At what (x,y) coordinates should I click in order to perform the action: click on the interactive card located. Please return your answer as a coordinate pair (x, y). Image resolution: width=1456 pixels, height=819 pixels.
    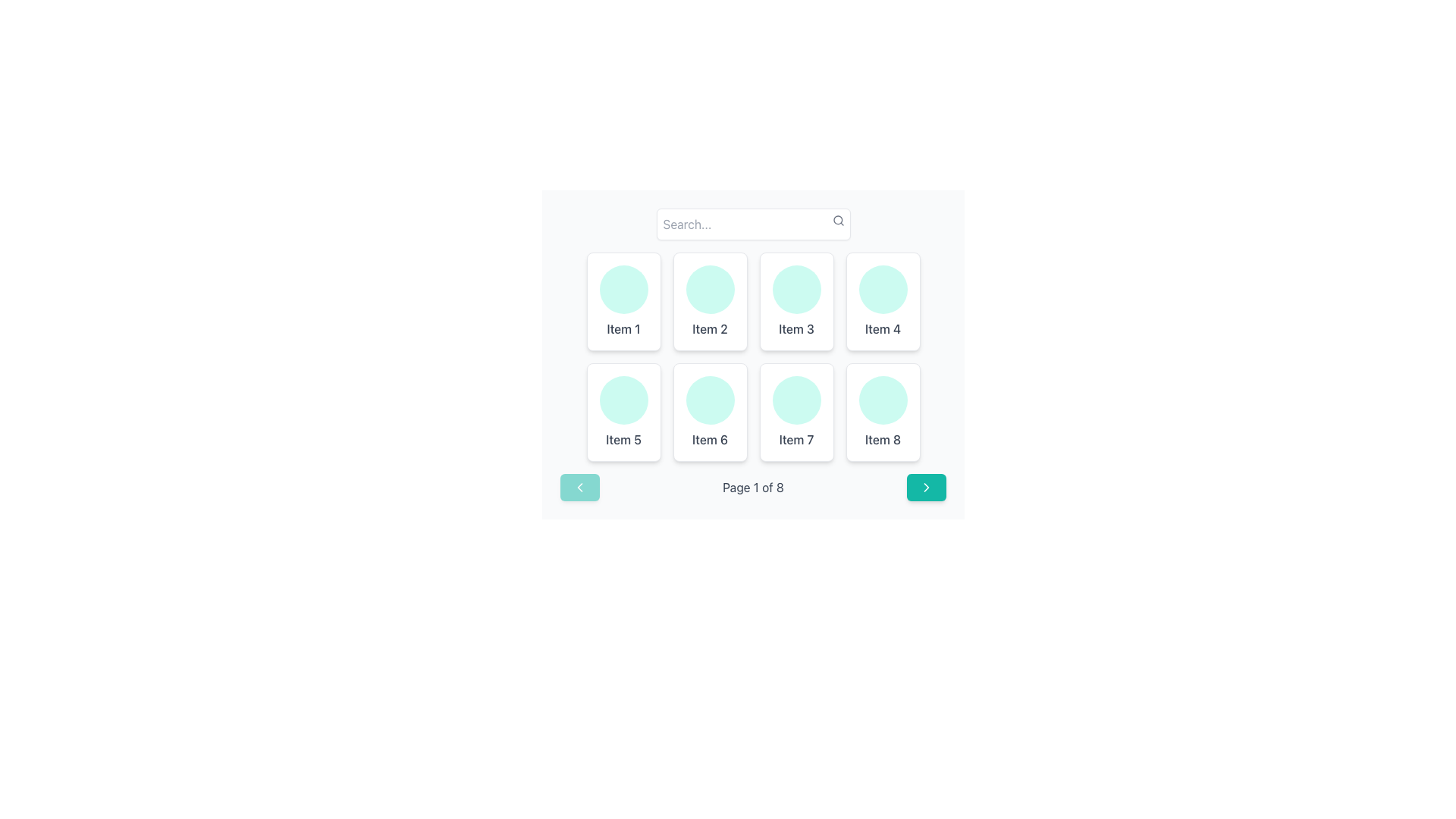
    Looking at the image, I should click on (623, 412).